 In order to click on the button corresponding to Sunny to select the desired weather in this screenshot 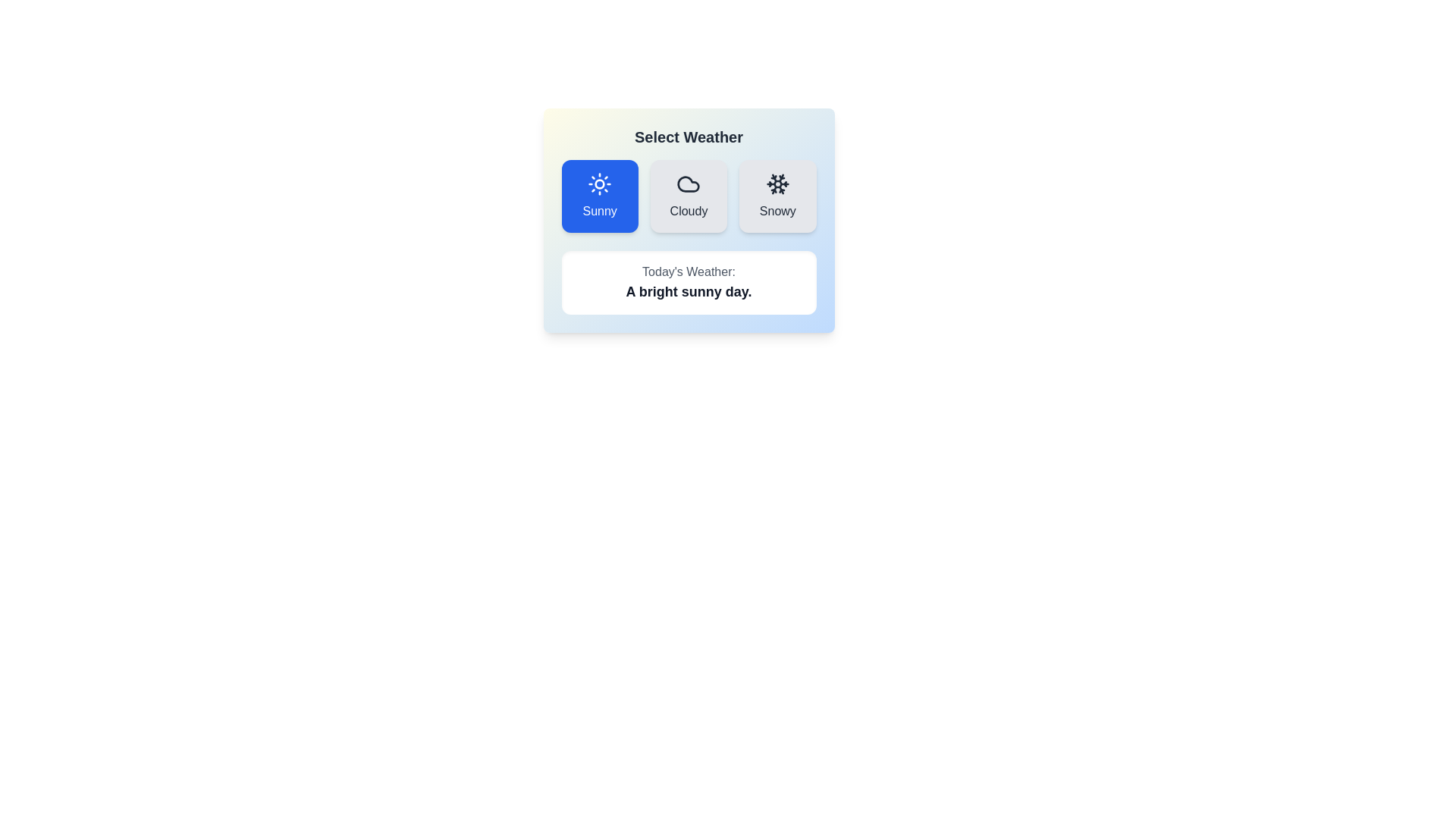, I will do `click(599, 195)`.